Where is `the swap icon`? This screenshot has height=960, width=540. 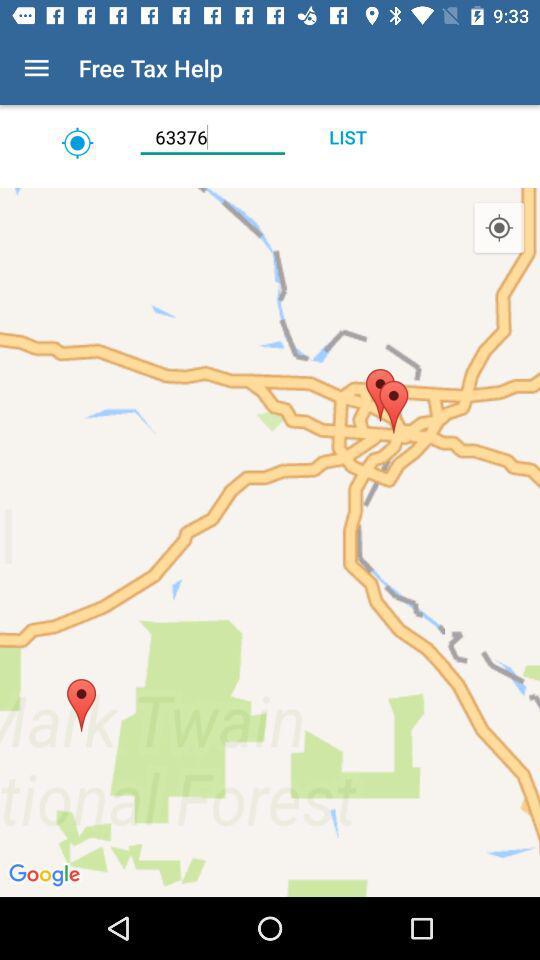 the swap icon is located at coordinates (76, 142).